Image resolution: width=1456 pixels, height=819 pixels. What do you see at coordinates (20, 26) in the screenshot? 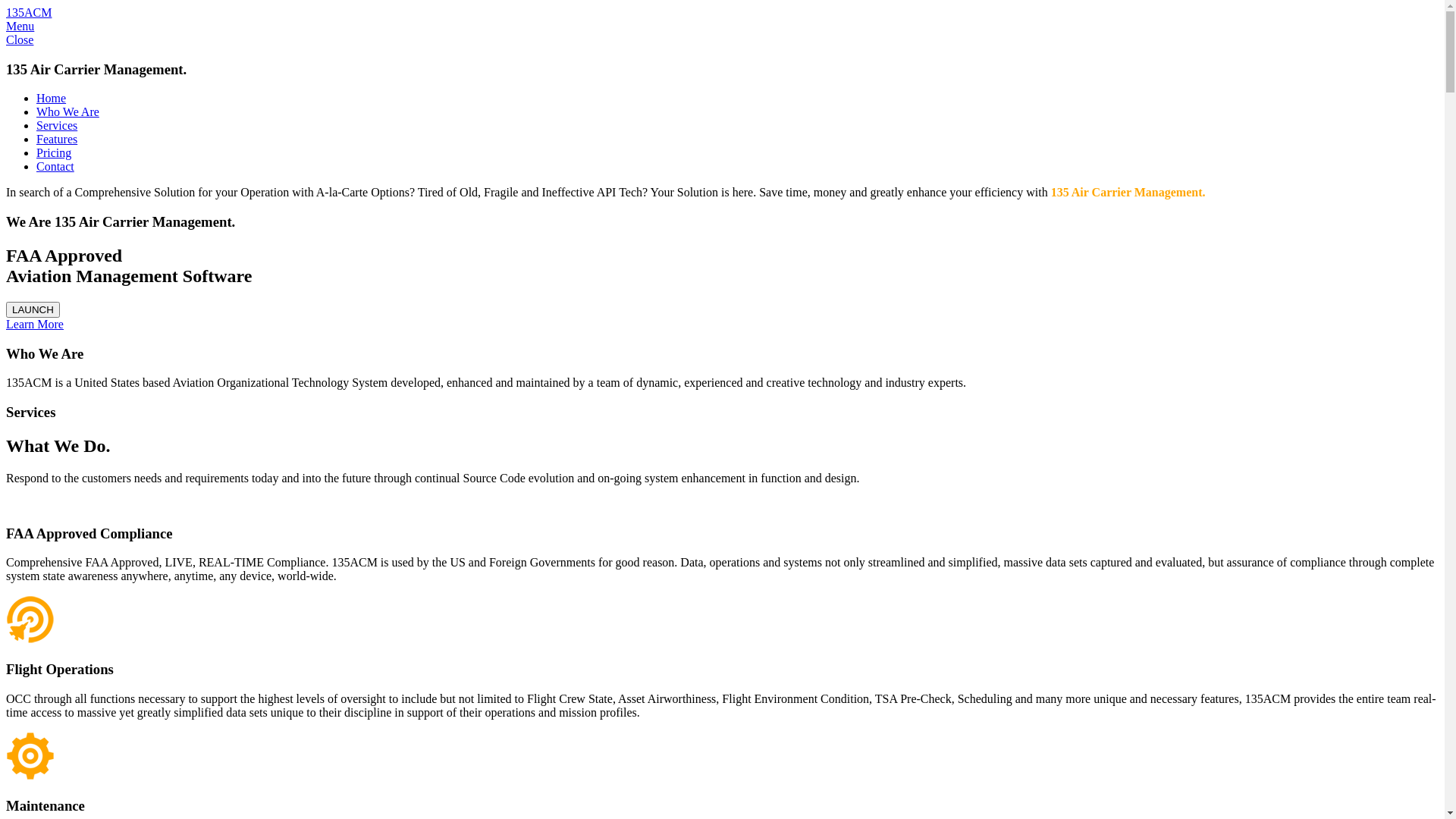
I see `'Menu'` at bounding box center [20, 26].